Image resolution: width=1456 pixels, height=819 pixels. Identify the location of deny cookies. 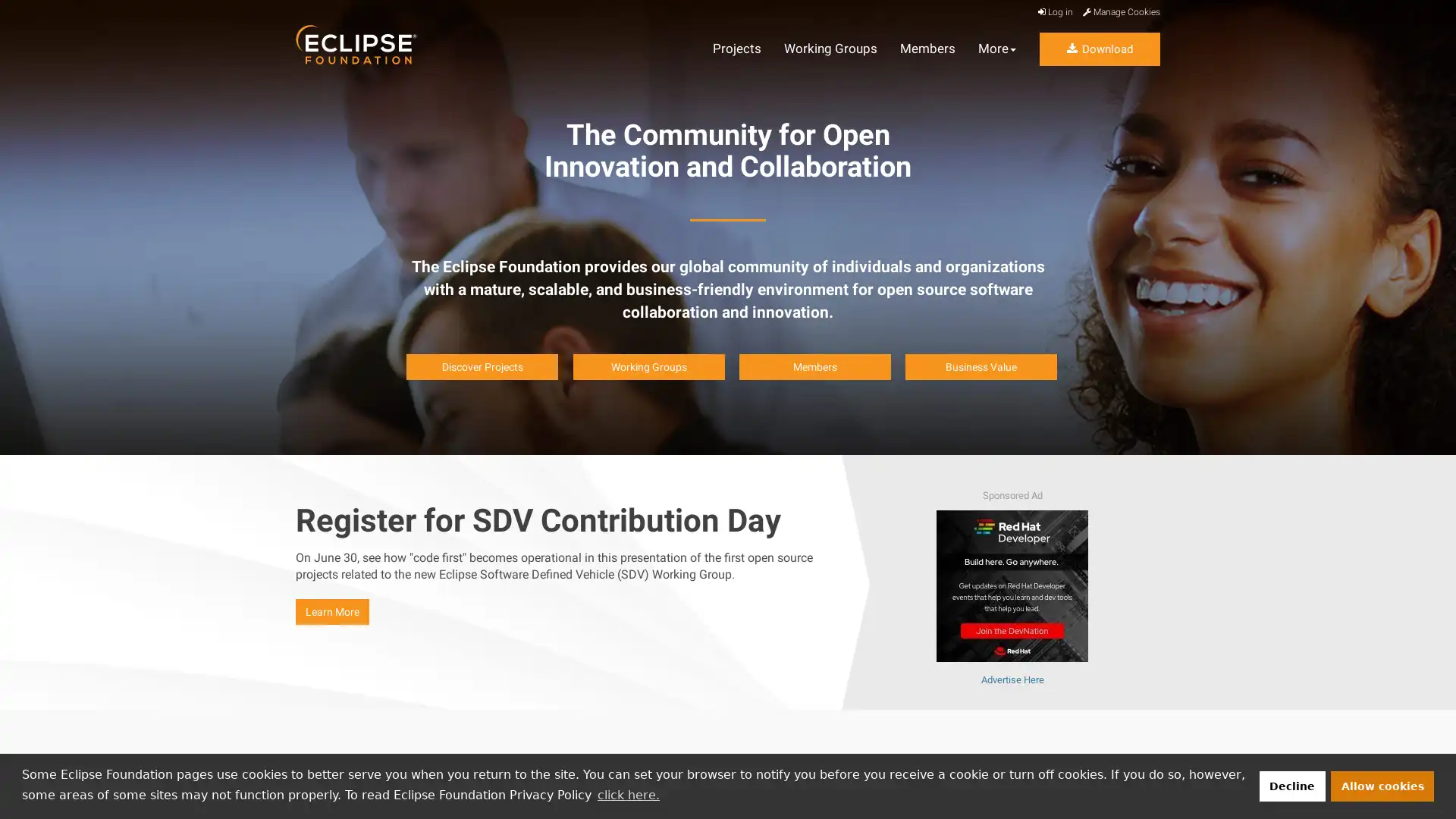
(1291, 785).